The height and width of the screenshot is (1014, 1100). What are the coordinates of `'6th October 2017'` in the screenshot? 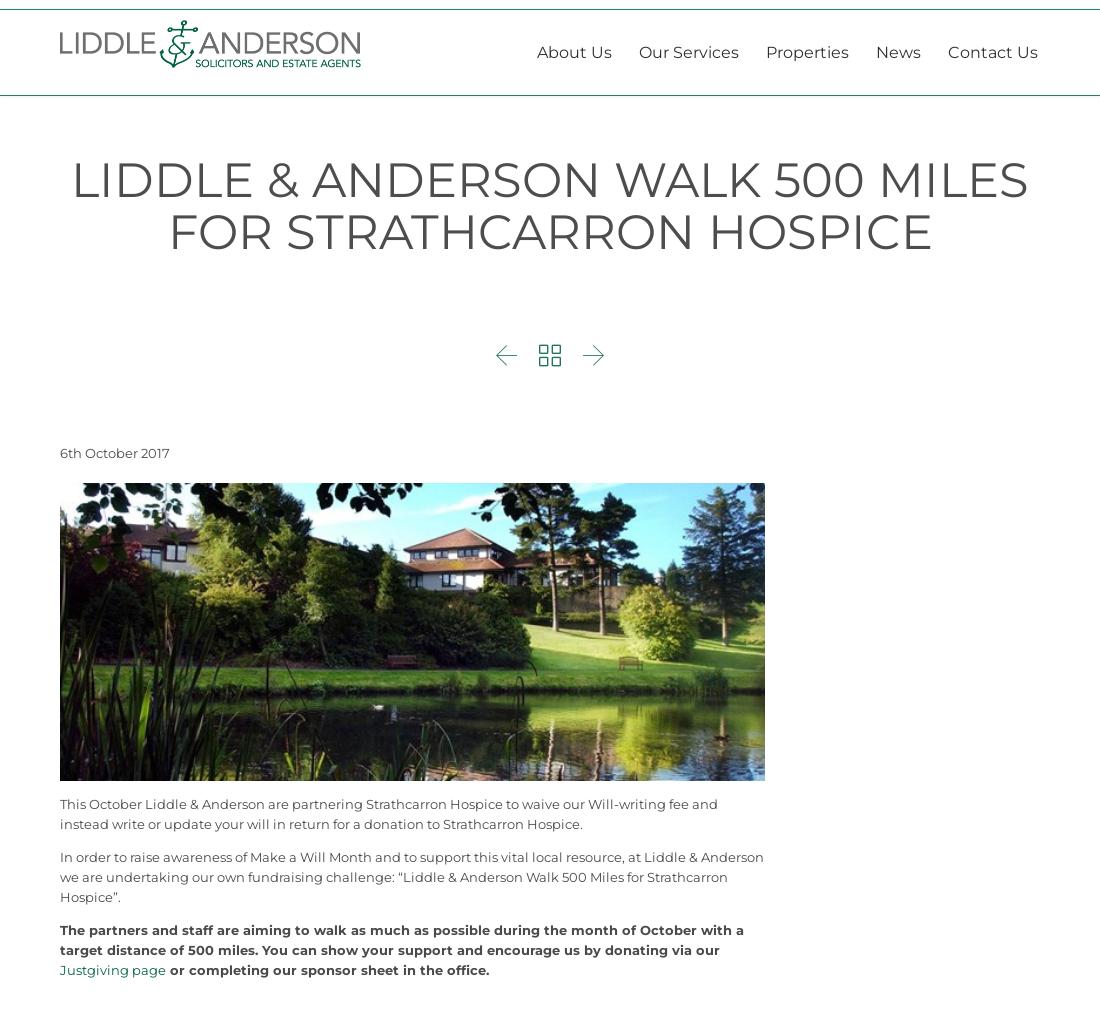 It's located at (114, 501).